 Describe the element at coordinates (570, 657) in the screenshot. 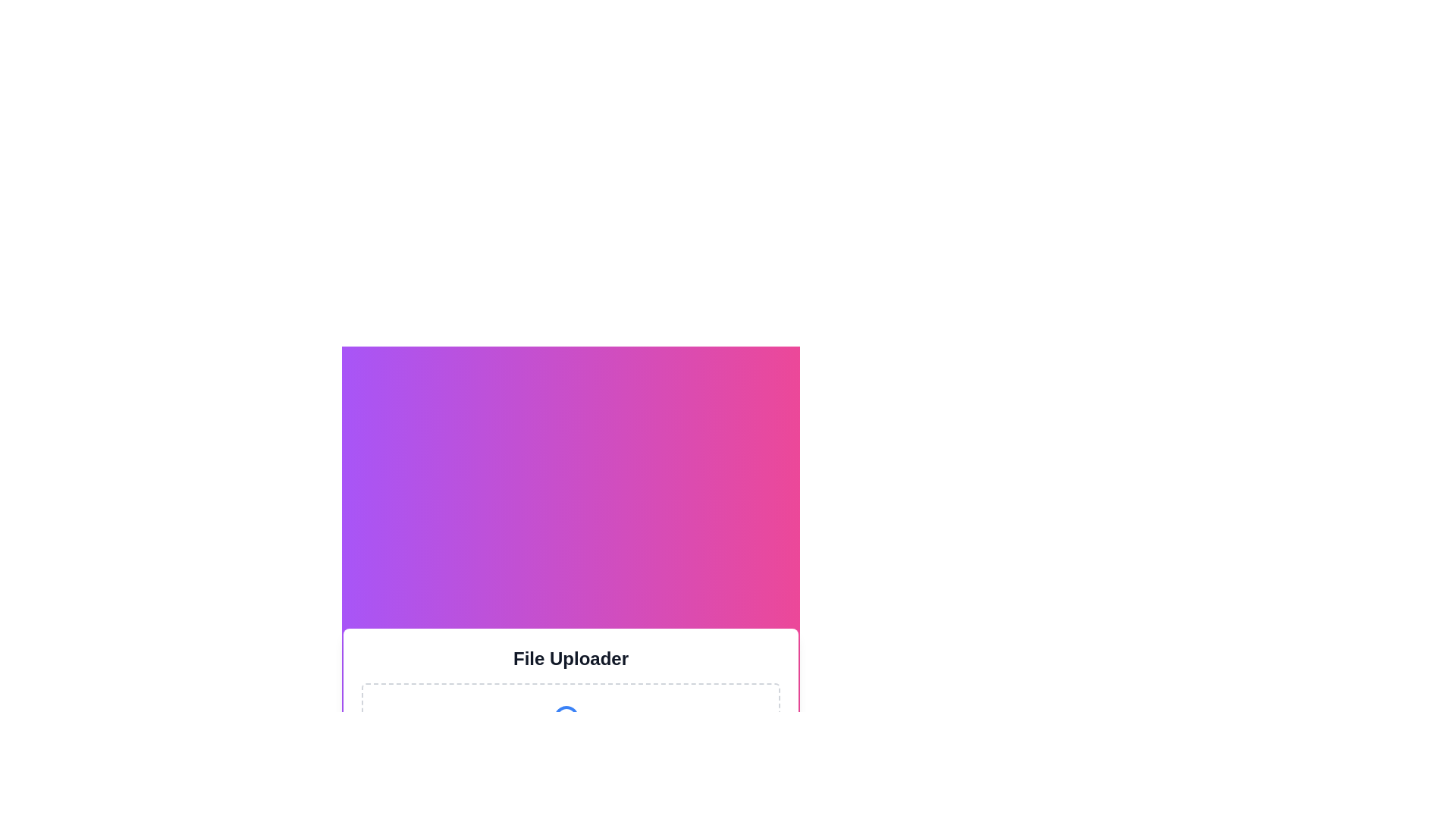

I see `the static text heading that serves as the title for the file uploading section, located at the top of the centered white card with rounded corners` at that location.